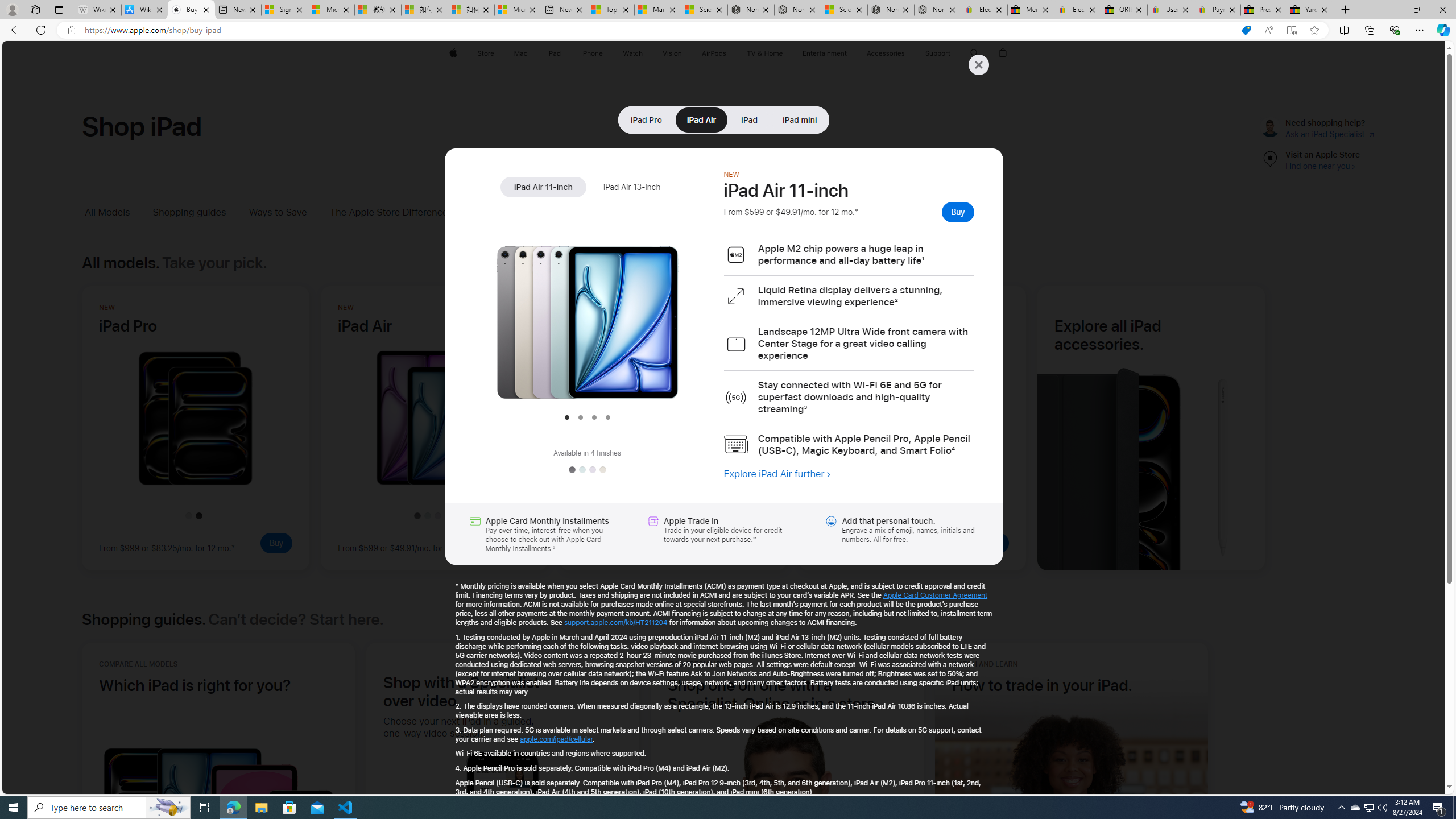 This screenshot has width=1456, height=819. Describe the element at coordinates (581, 470) in the screenshot. I see `'Blue'` at that location.